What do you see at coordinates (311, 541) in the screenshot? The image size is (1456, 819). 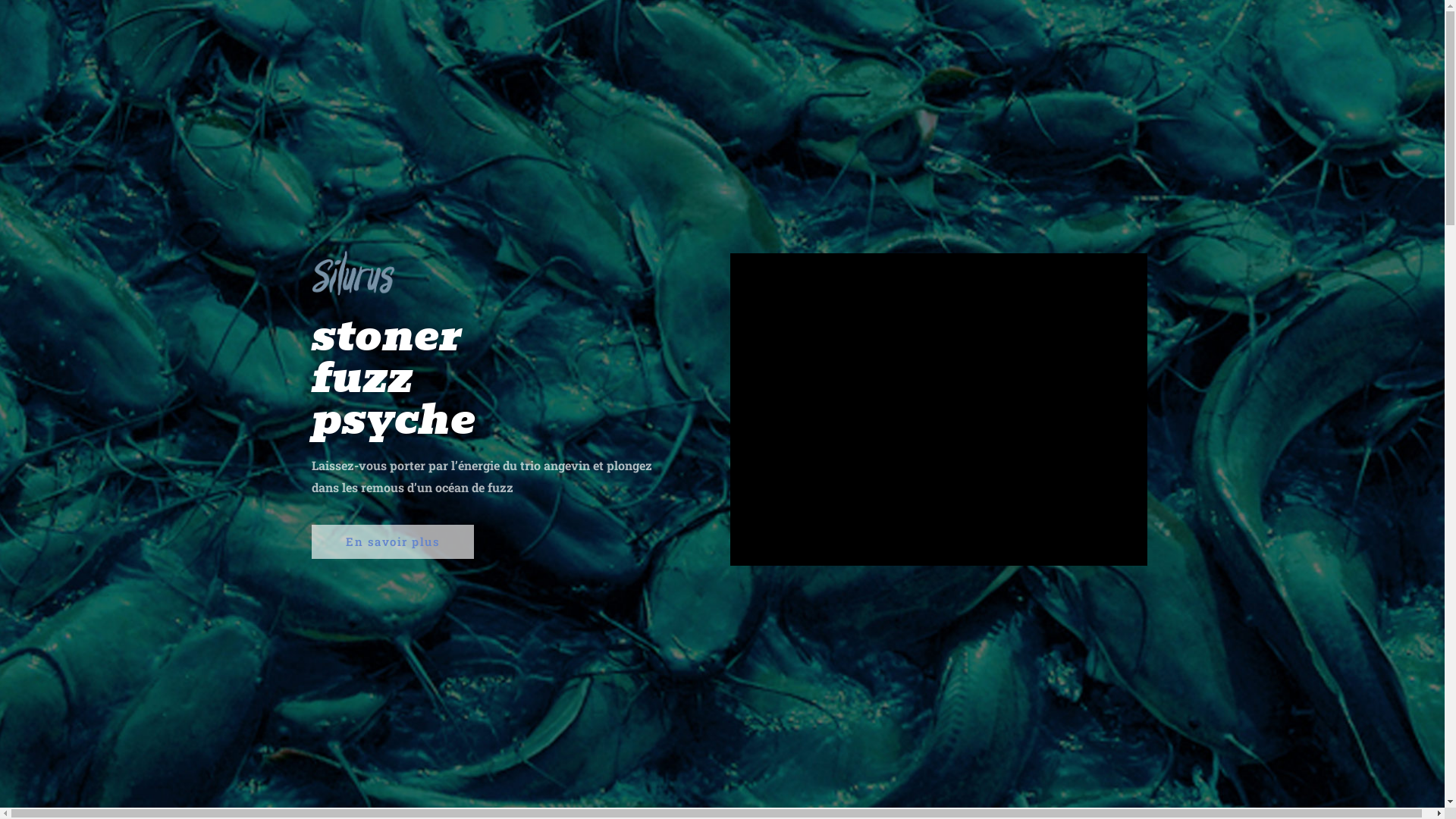 I see `'En savoir plus'` at bounding box center [311, 541].